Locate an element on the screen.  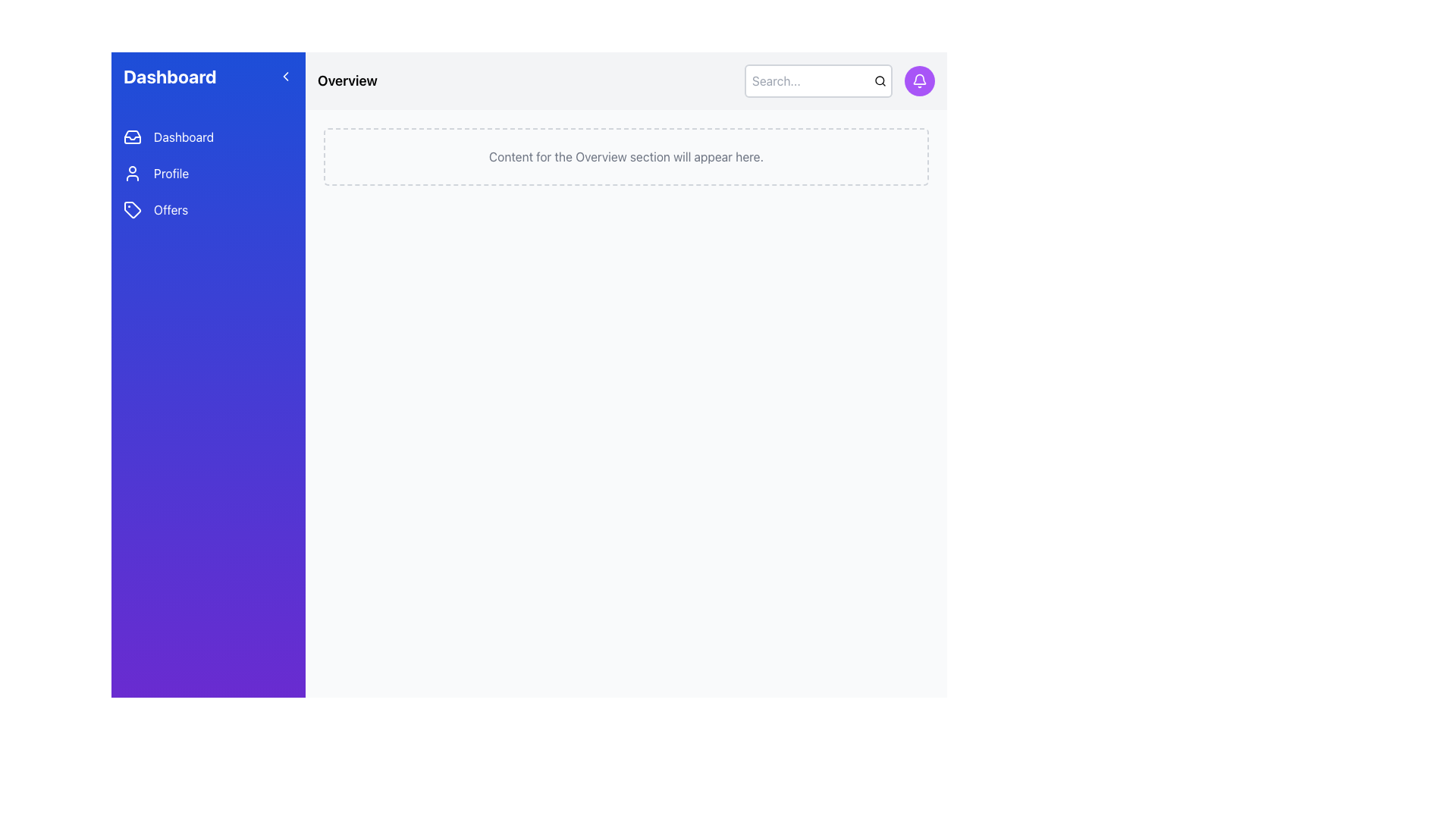
the 'Overview' text label, which is a bold and larger font size text label located at the top-left corner of the main content area is located at coordinates (347, 81).